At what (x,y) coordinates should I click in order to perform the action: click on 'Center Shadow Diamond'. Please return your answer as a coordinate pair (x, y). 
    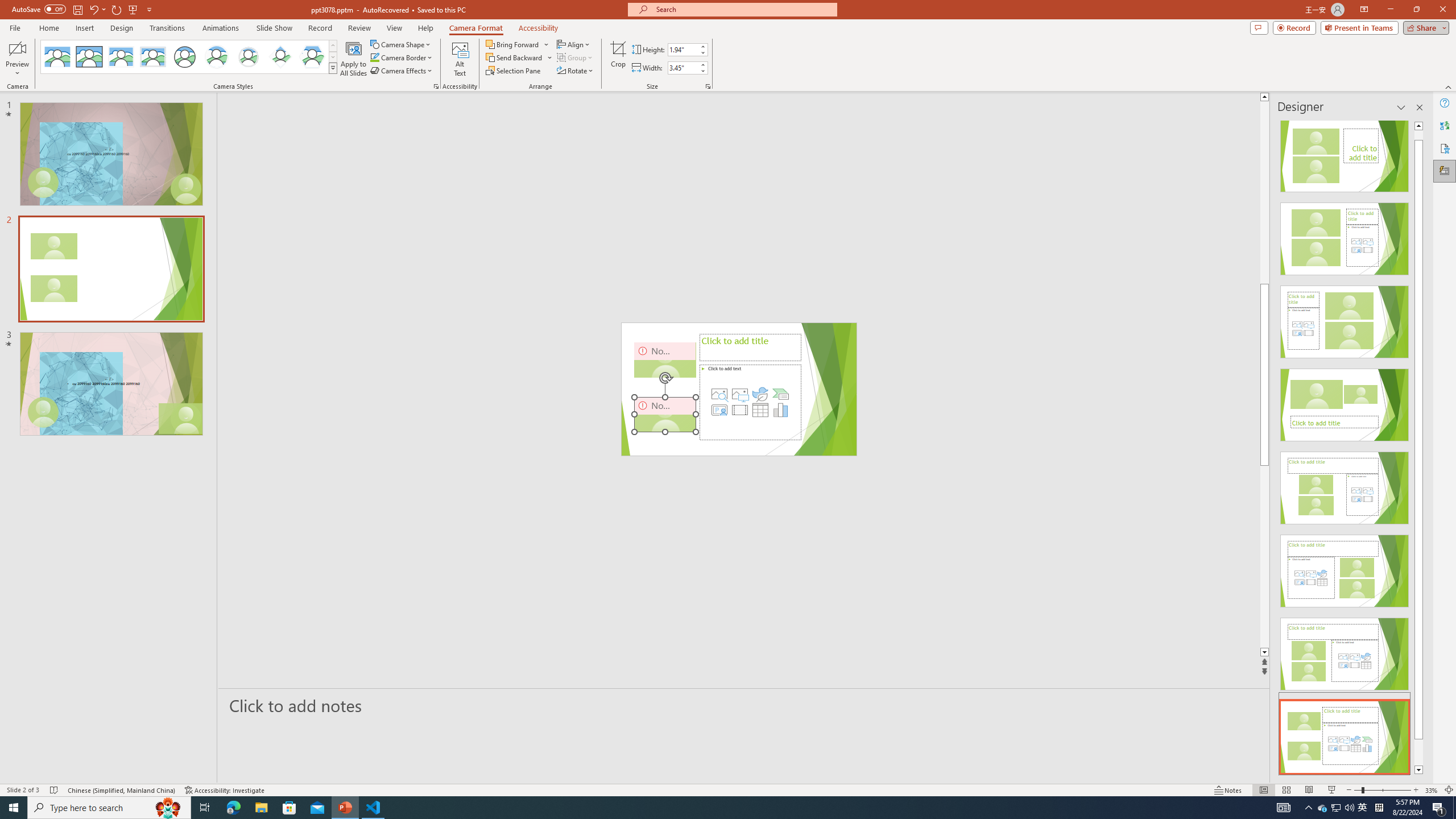
    Looking at the image, I should click on (280, 56).